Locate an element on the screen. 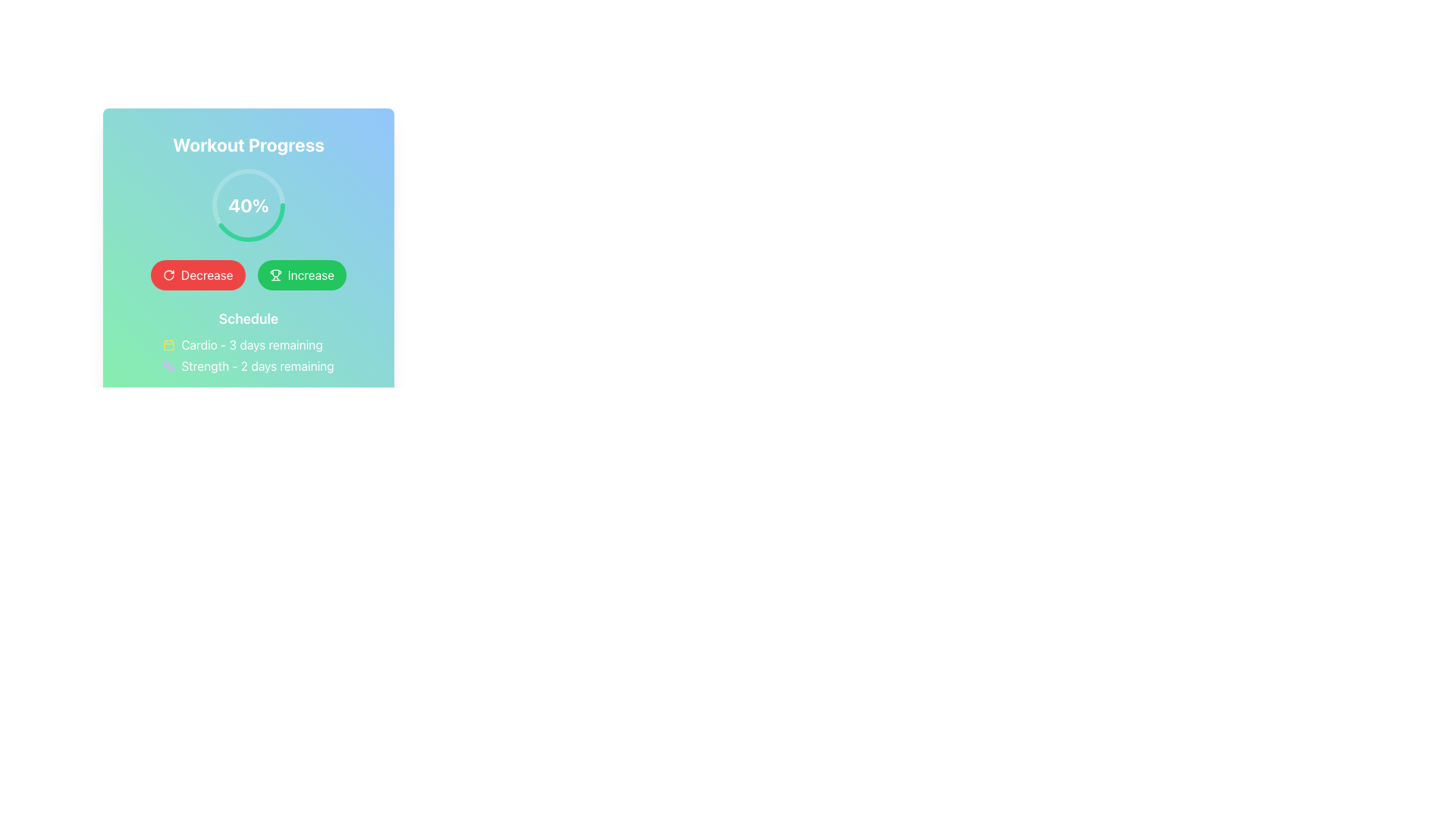 The height and width of the screenshot is (819, 1456). the 'Strength' informational display element located under the 'Schedule' section, immediately below 'Cardio - 3 days remaining' is located at coordinates (248, 366).